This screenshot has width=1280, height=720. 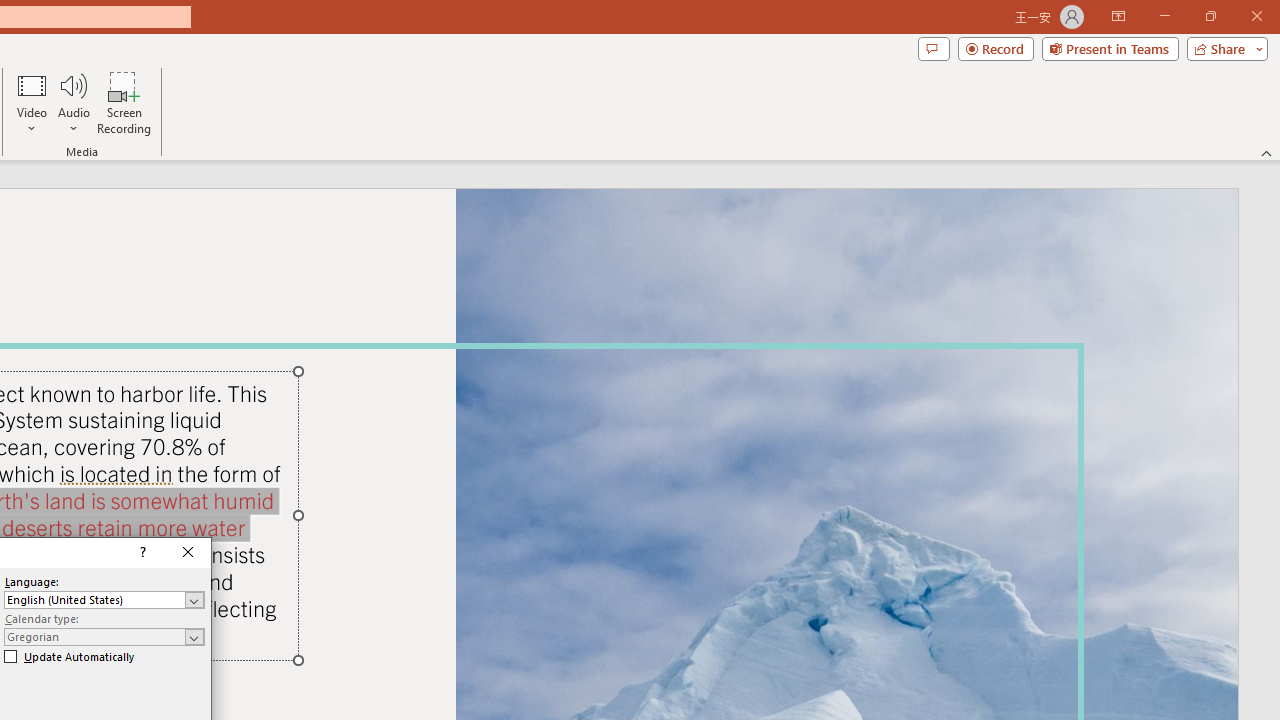 What do you see at coordinates (1109, 47) in the screenshot?
I see `'Present in Teams'` at bounding box center [1109, 47].